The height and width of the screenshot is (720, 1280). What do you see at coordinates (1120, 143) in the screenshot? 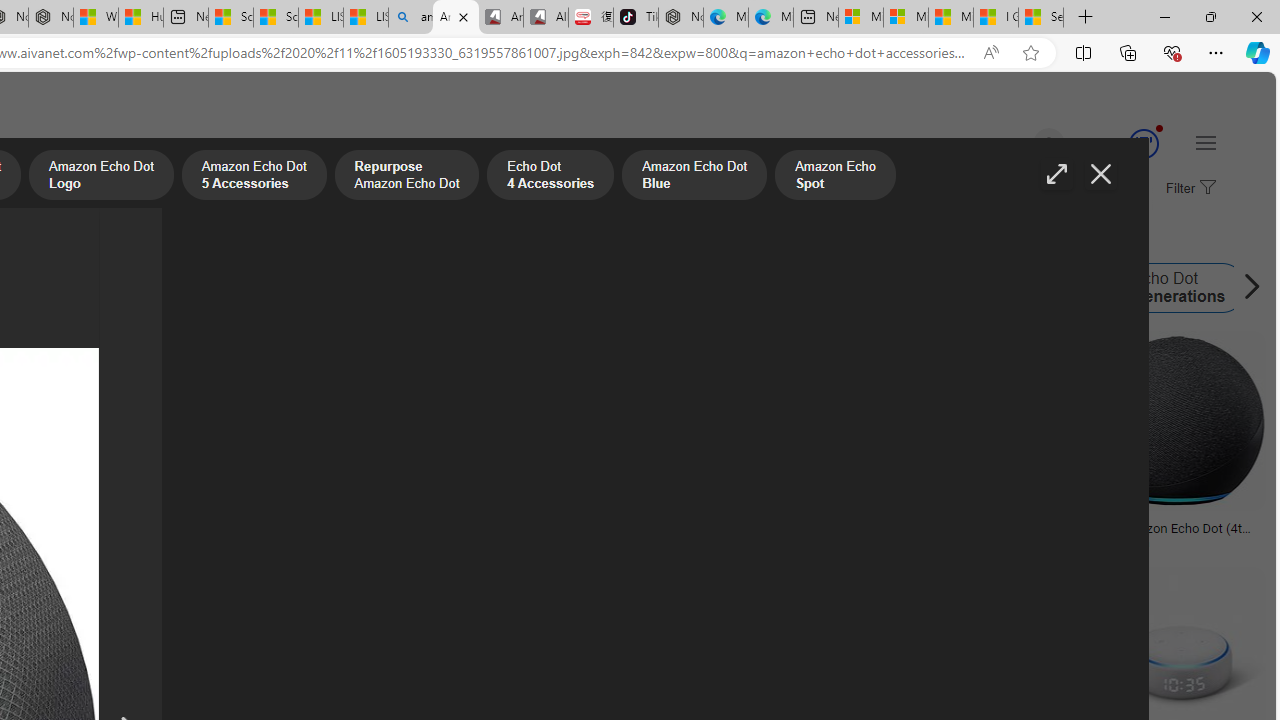
I see `'Microsoft Rewards 147'` at bounding box center [1120, 143].